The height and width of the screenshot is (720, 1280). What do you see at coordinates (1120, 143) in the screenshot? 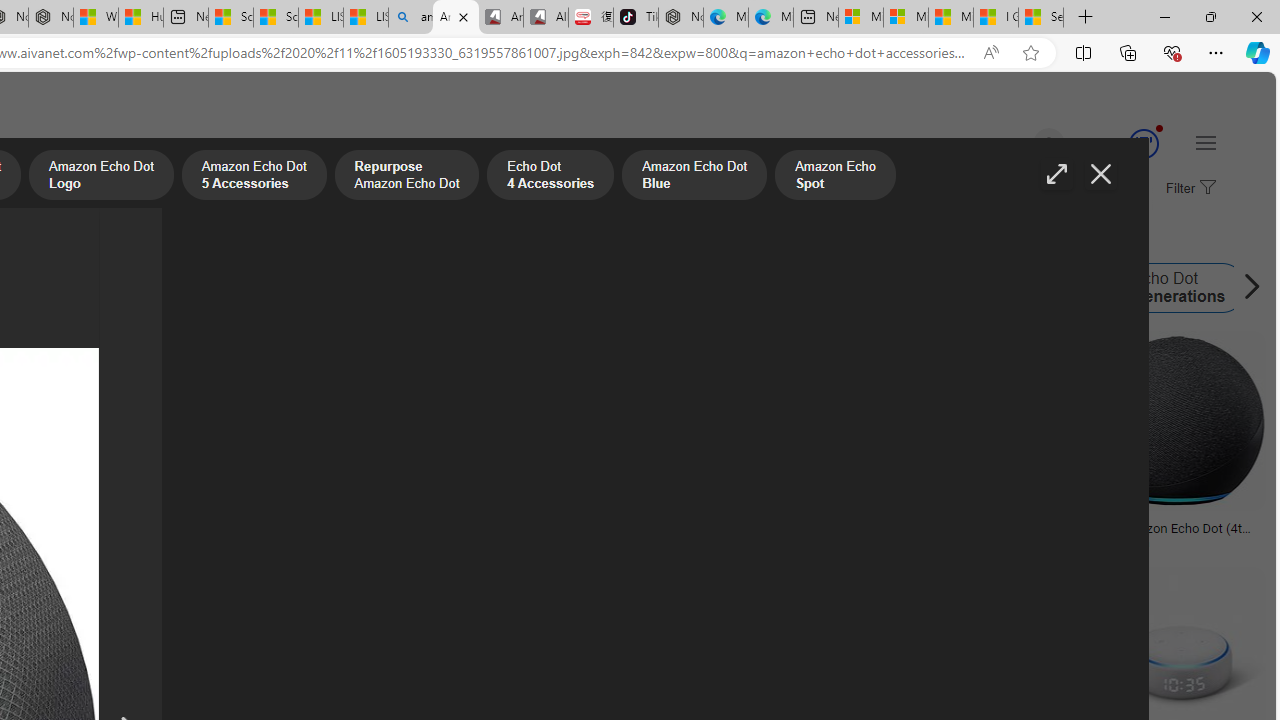
I see `'Microsoft Rewards 147'` at bounding box center [1120, 143].